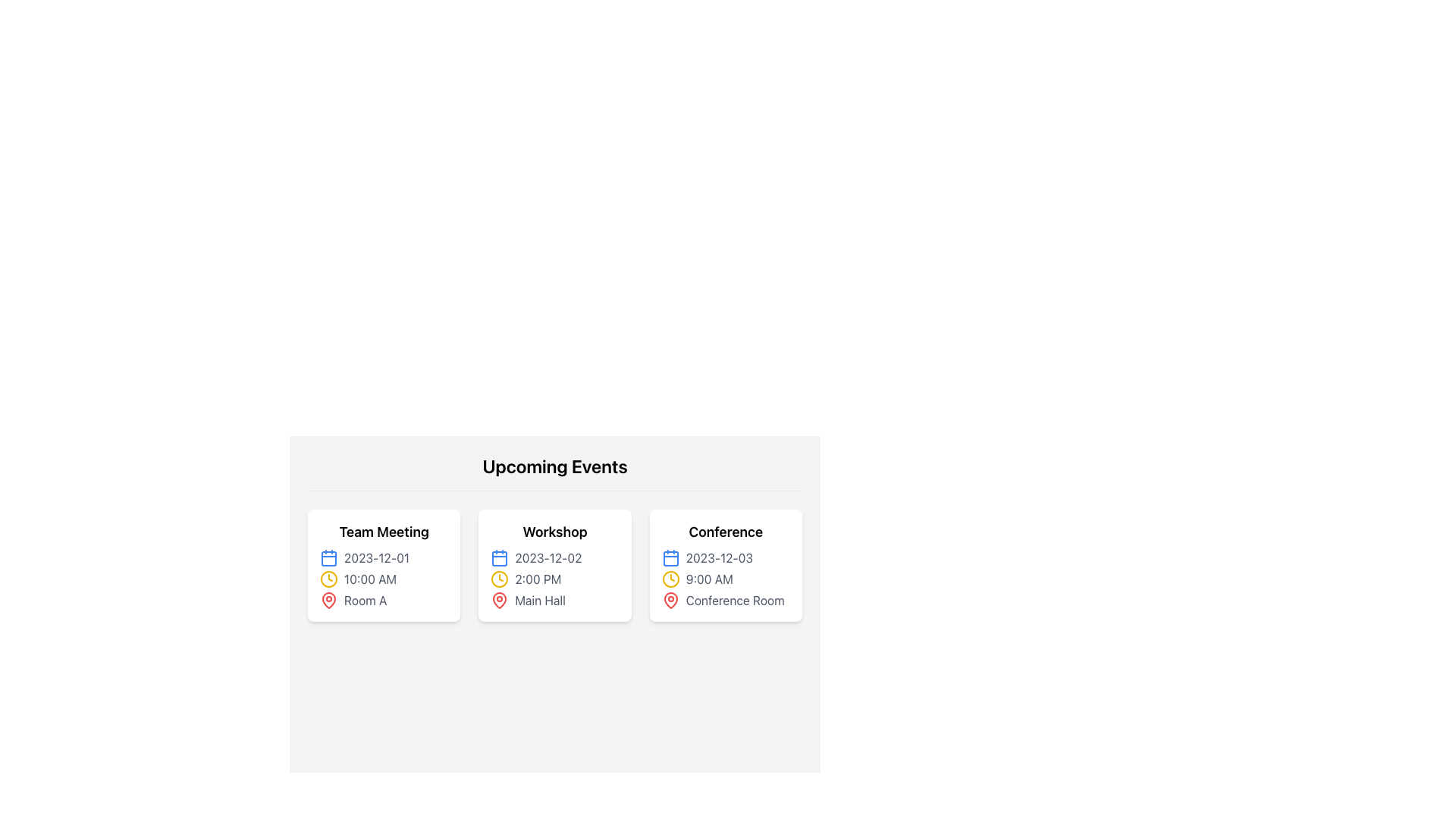 The width and height of the screenshot is (1456, 819). I want to click on the small yellow clock icon with clock hands located to the left of the text '10:00 AM' within the 'Team Meeting' card under the 'Upcoming Events' section, so click(328, 579).